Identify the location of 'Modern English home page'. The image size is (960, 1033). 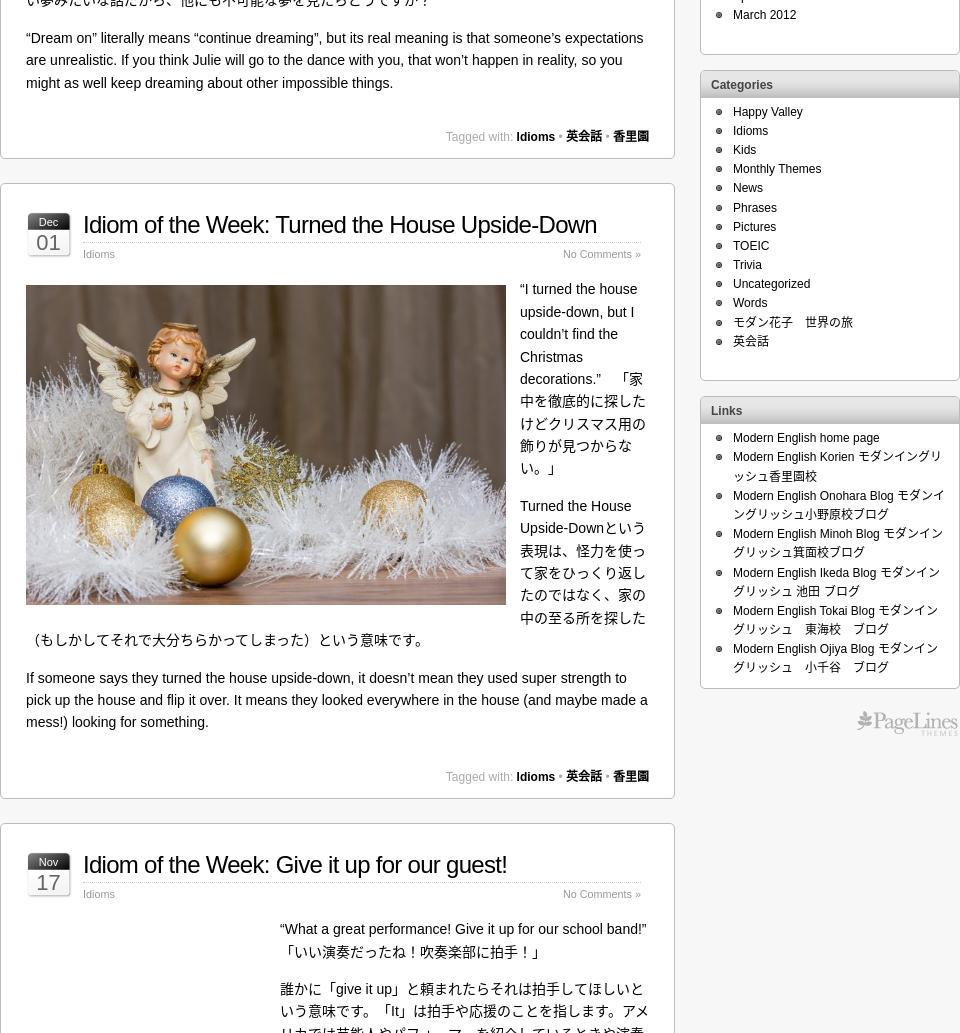
(806, 437).